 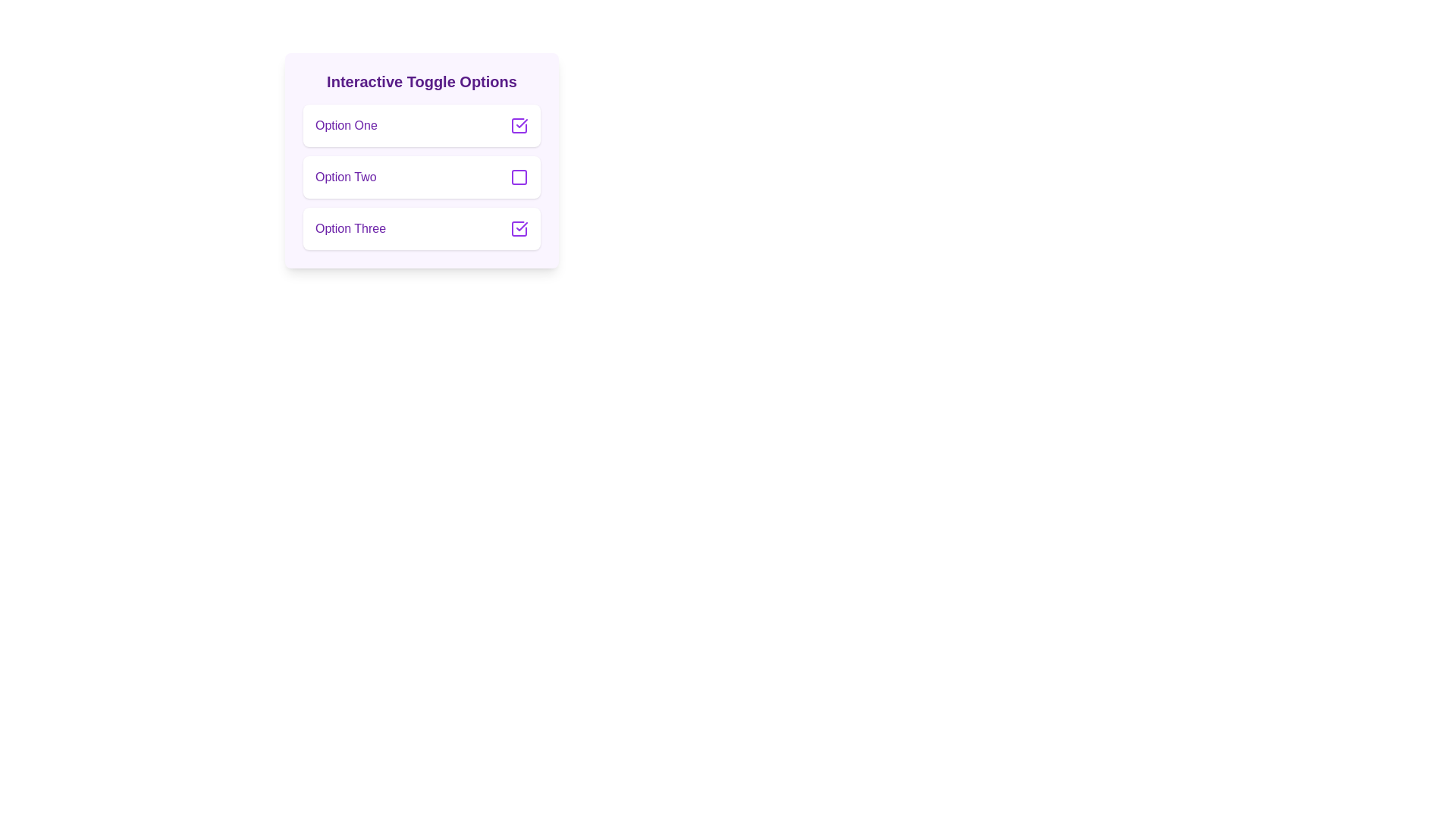 I want to click on the square checkbox icon with a purple outline and a checkmark within it, which is located next to the text labeled 'Option One', so click(x=519, y=124).